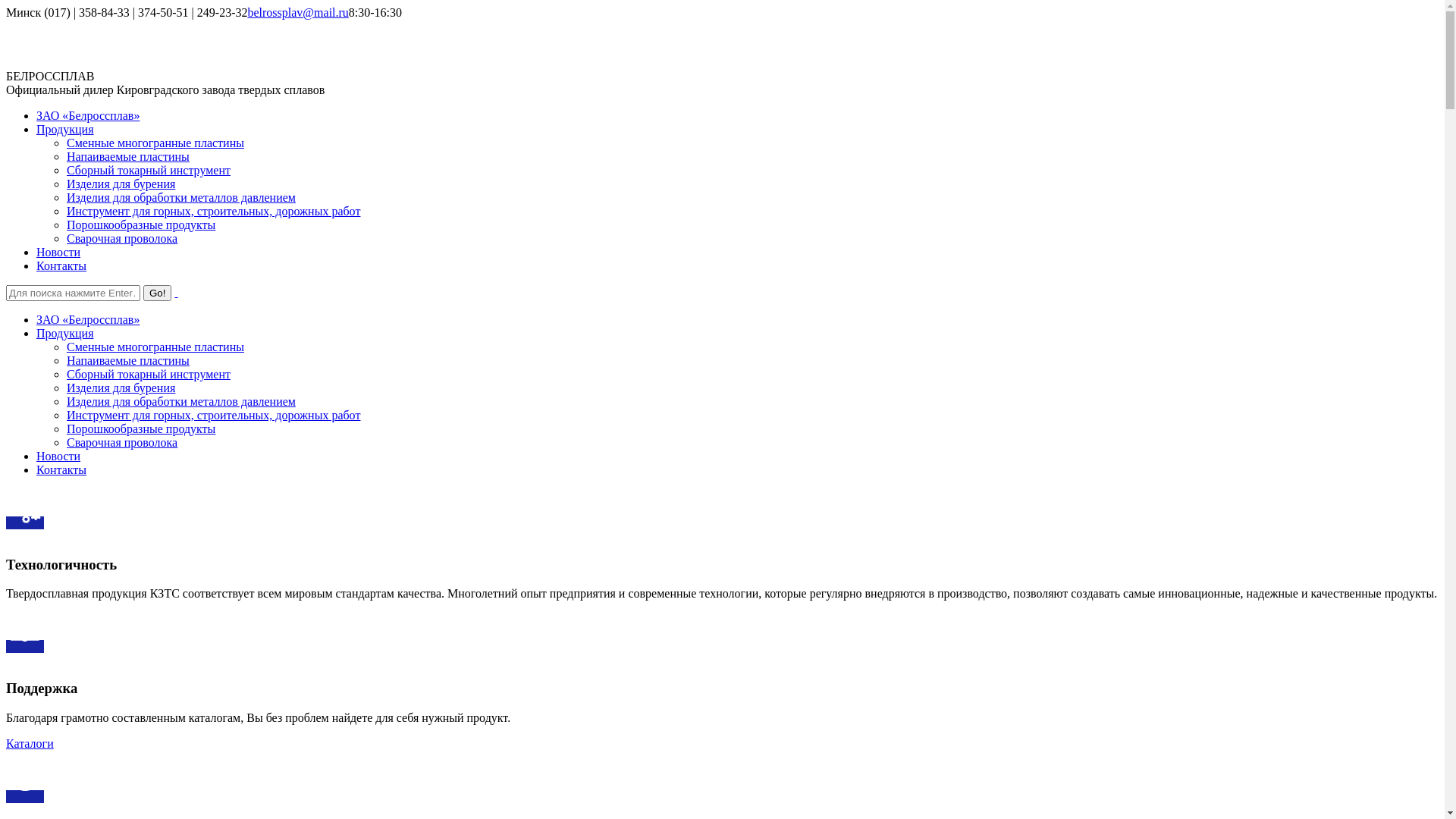 The image size is (1456, 819). I want to click on 'Skip to content', so click(5, 5).